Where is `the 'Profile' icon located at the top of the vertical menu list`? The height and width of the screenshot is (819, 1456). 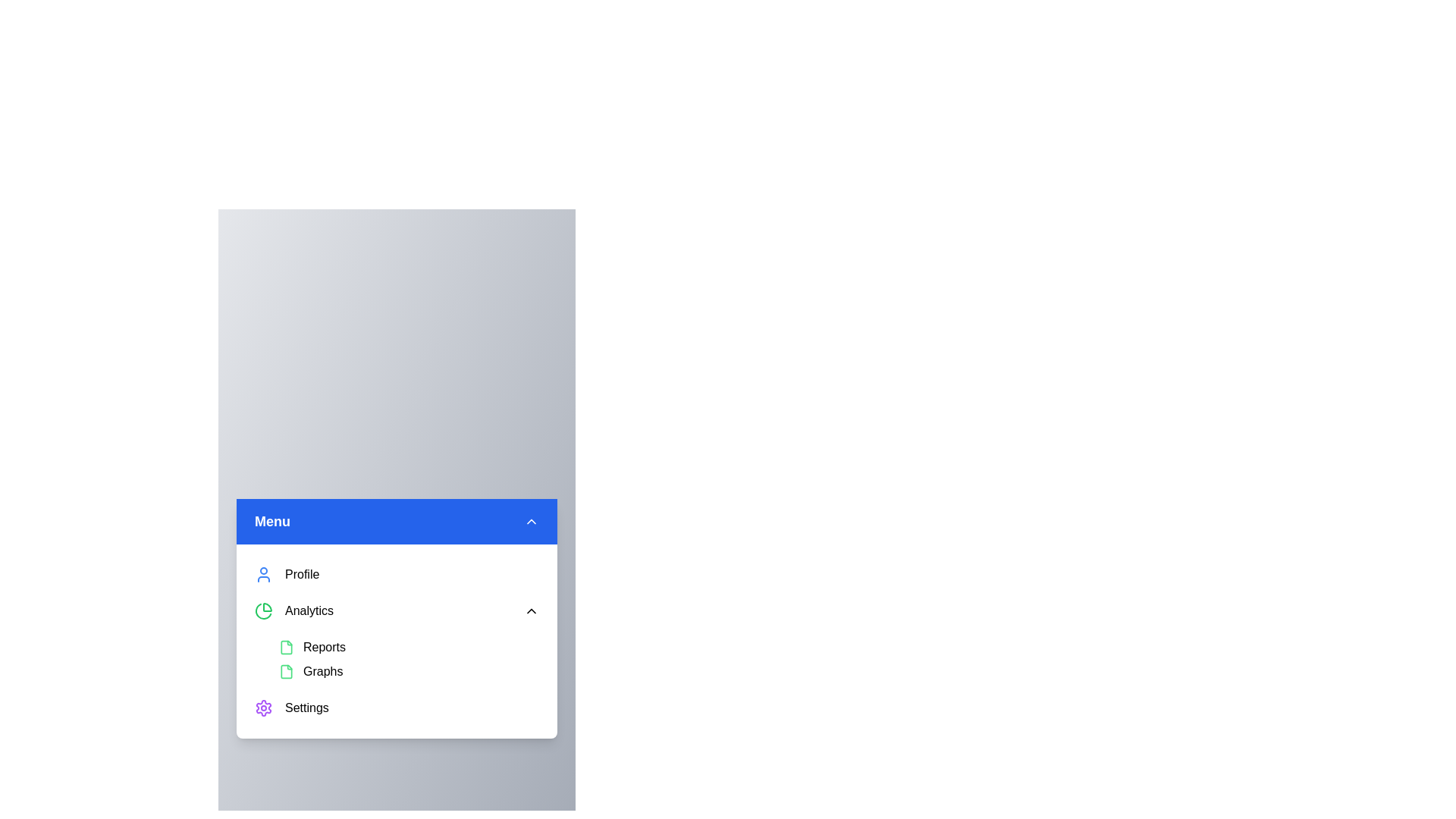 the 'Profile' icon located at the top of the vertical menu list is located at coordinates (263, 575).